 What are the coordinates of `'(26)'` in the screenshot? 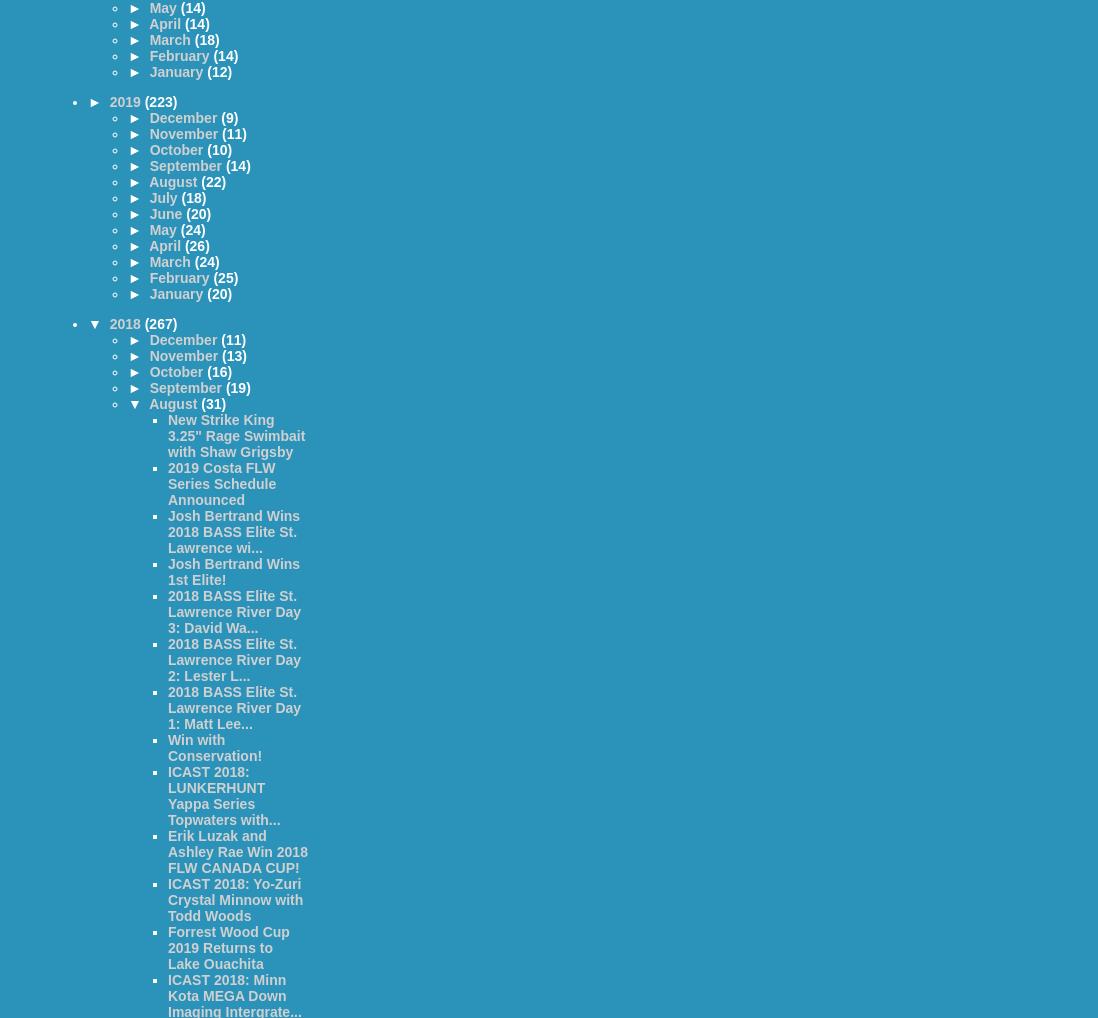 It's located at (195, 245).